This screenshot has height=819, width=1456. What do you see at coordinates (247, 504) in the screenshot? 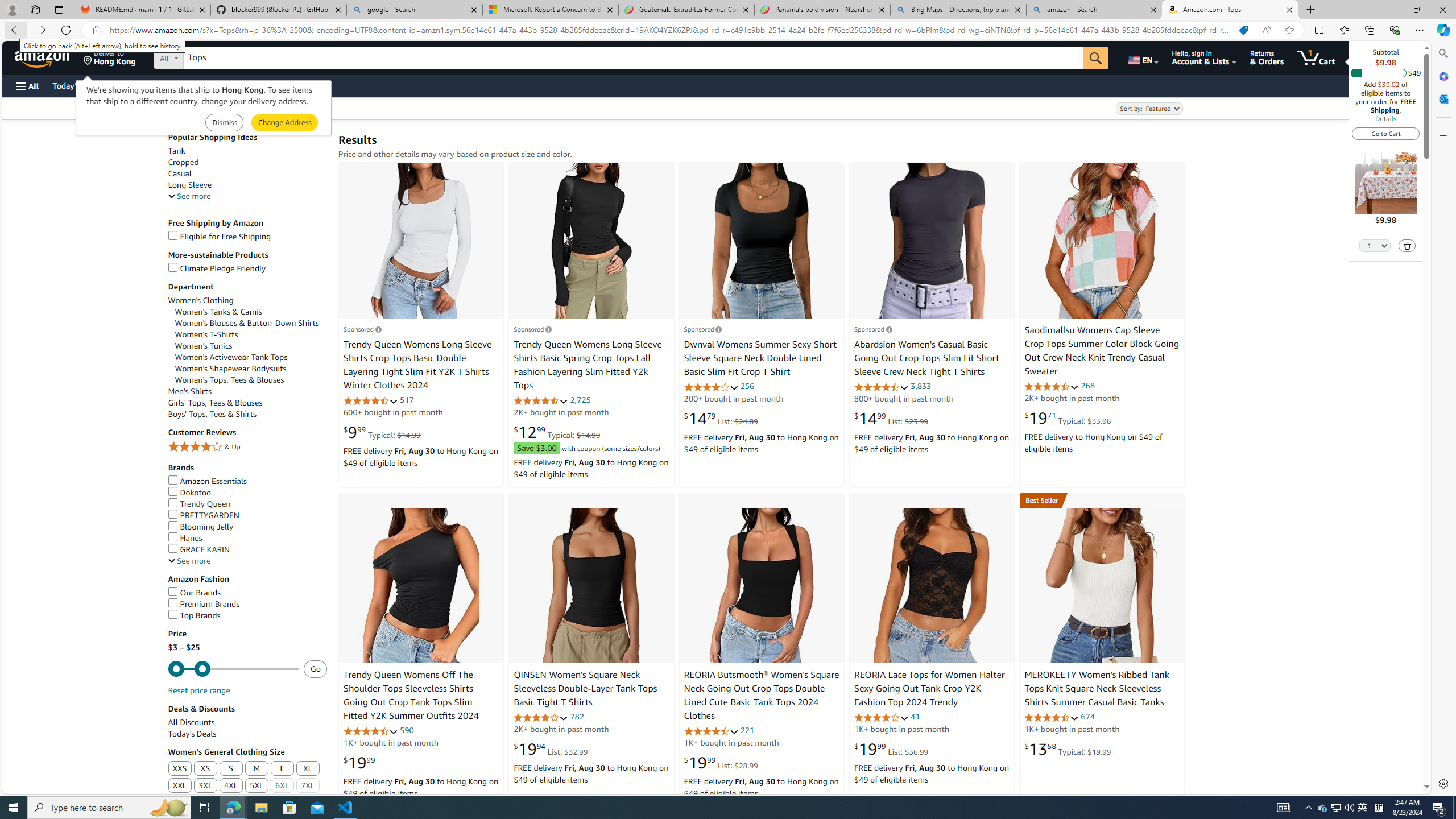
I see `'Trendy Queen'` at bounding box center [247, 504].